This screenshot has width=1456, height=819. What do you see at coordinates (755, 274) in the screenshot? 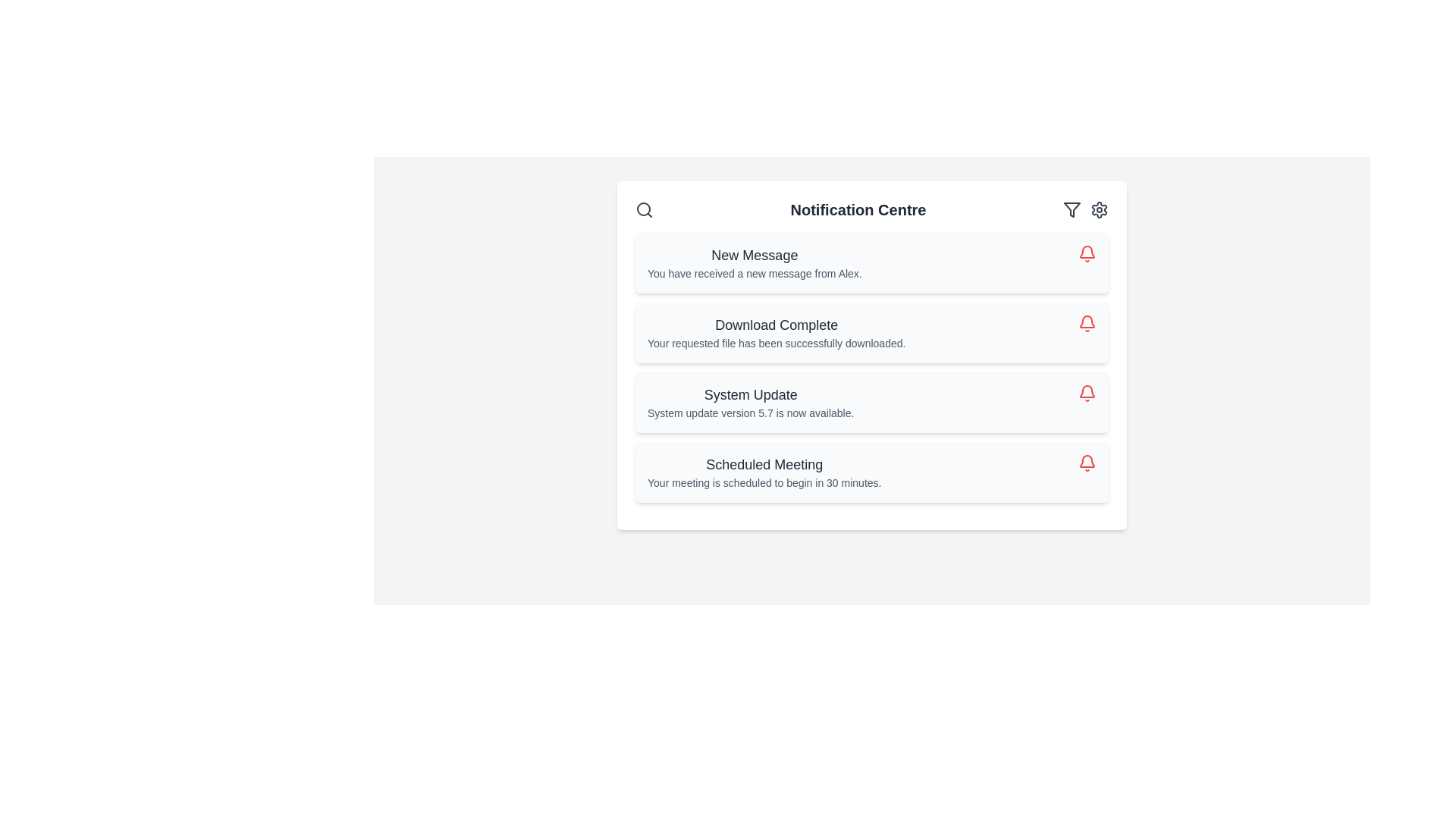
I see `detailed message text located directly below the 'New Message' title in the first notification card` at bounding box center [755, 274].